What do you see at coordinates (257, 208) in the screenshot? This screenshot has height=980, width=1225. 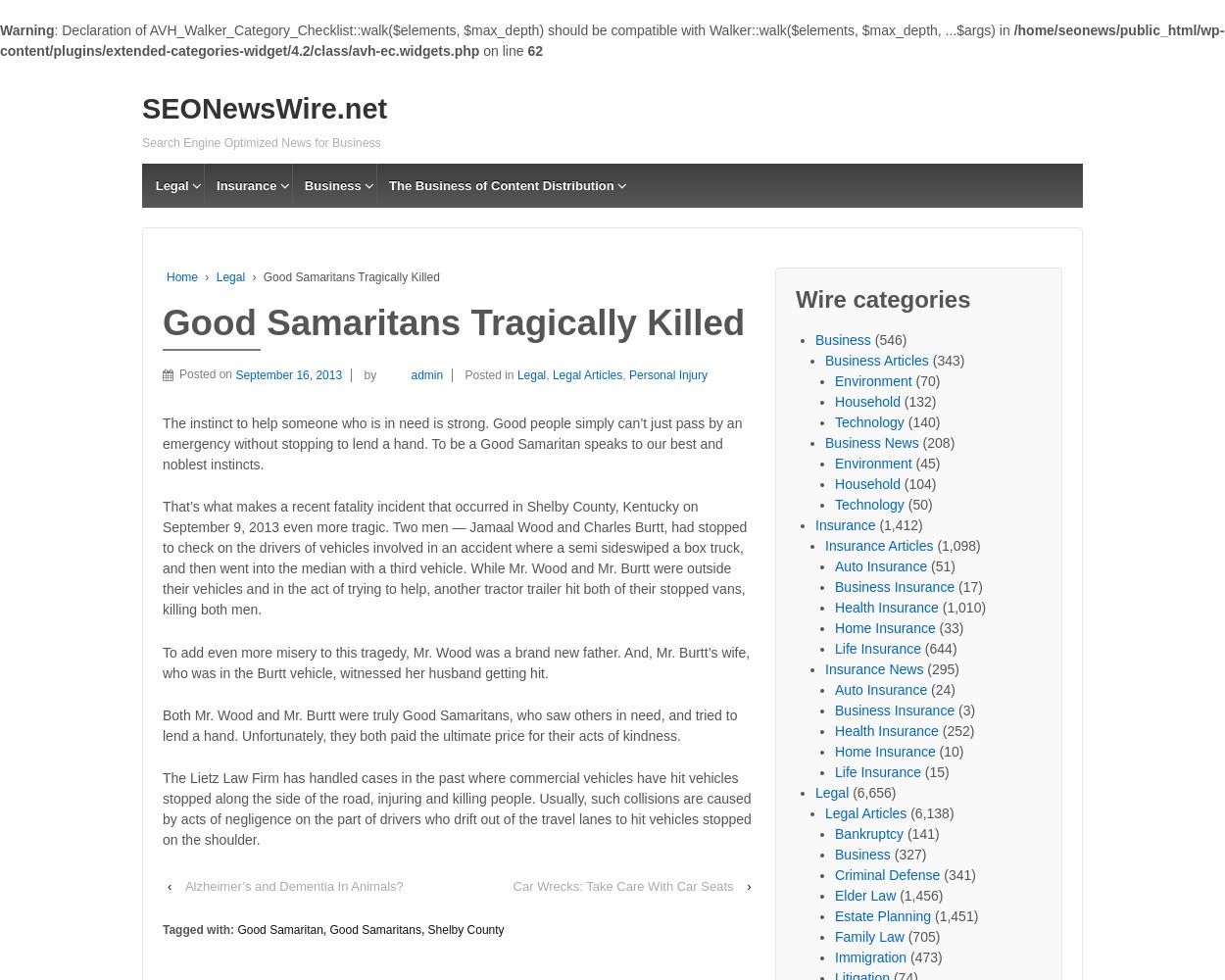 I see `'Insurance News'` at bounding box center [257, 208].